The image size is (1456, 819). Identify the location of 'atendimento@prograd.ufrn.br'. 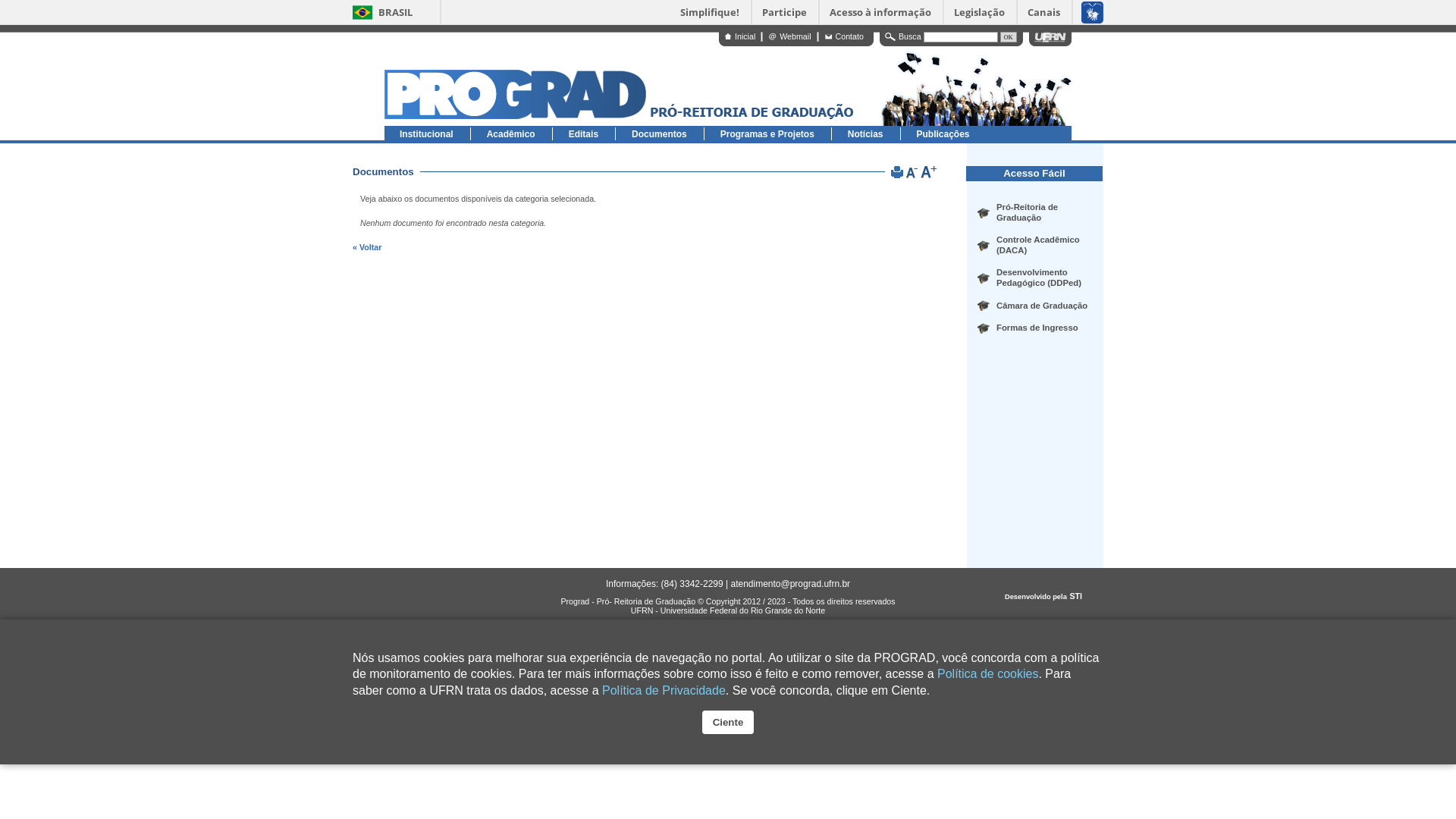
(789, 583).